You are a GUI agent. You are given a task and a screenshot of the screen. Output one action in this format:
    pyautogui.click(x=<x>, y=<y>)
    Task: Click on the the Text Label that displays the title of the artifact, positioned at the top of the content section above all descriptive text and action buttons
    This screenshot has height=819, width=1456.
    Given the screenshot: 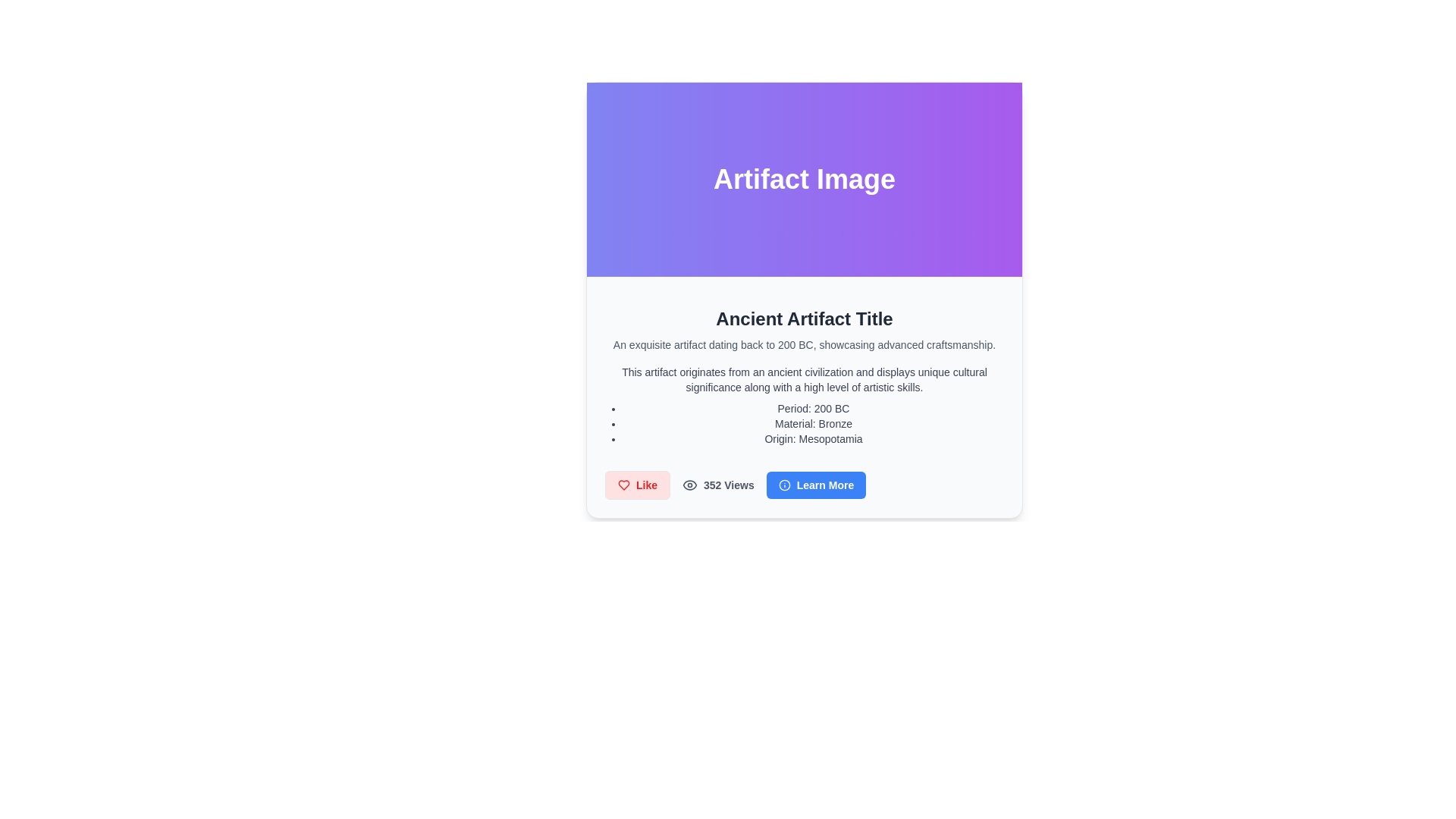 What is the action you would take?
    pyautogui.click(x=803, y=318)
    